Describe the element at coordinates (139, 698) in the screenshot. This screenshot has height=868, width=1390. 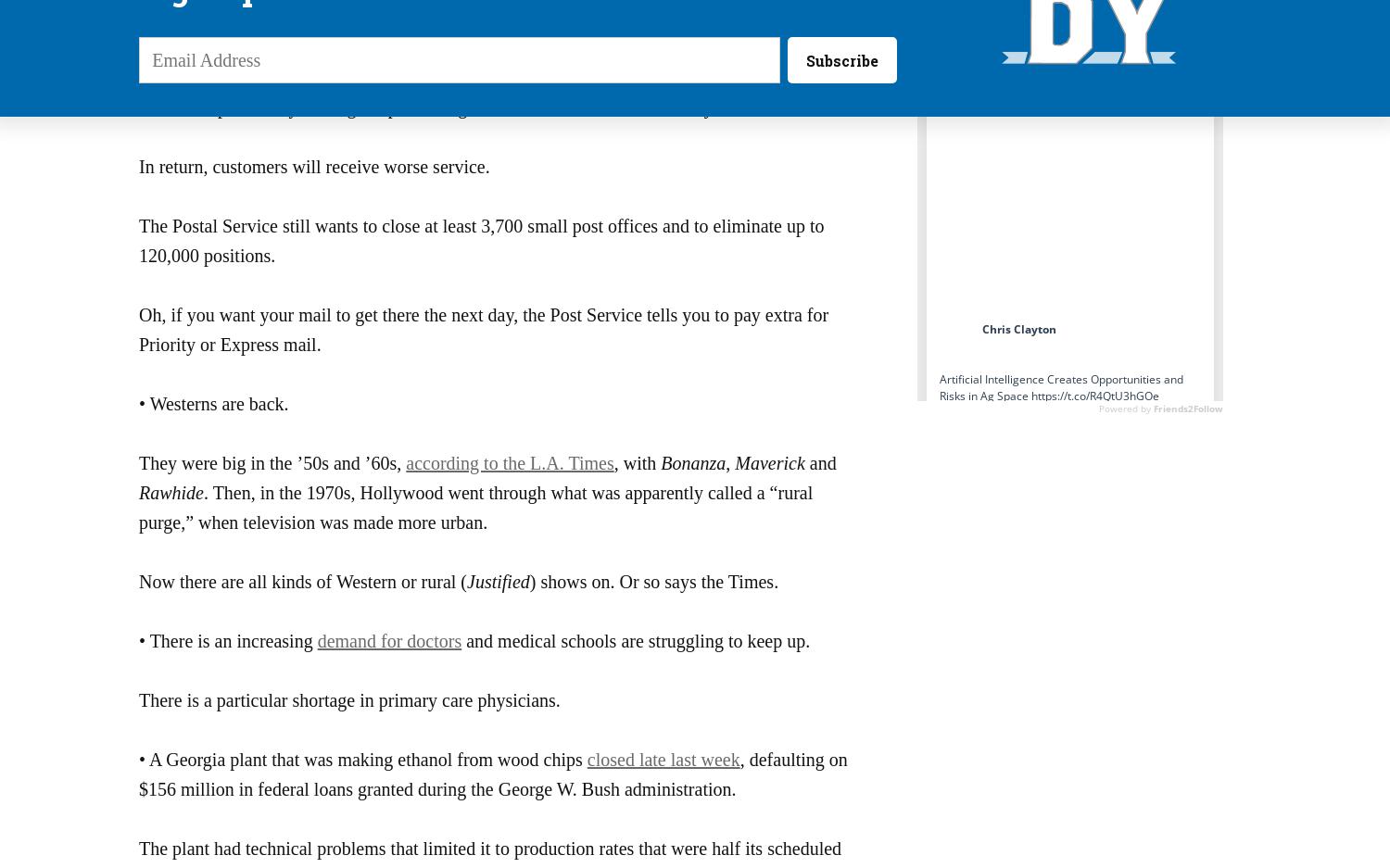
I see `'There is a particular shortage in primary care physicians.'` at that location.